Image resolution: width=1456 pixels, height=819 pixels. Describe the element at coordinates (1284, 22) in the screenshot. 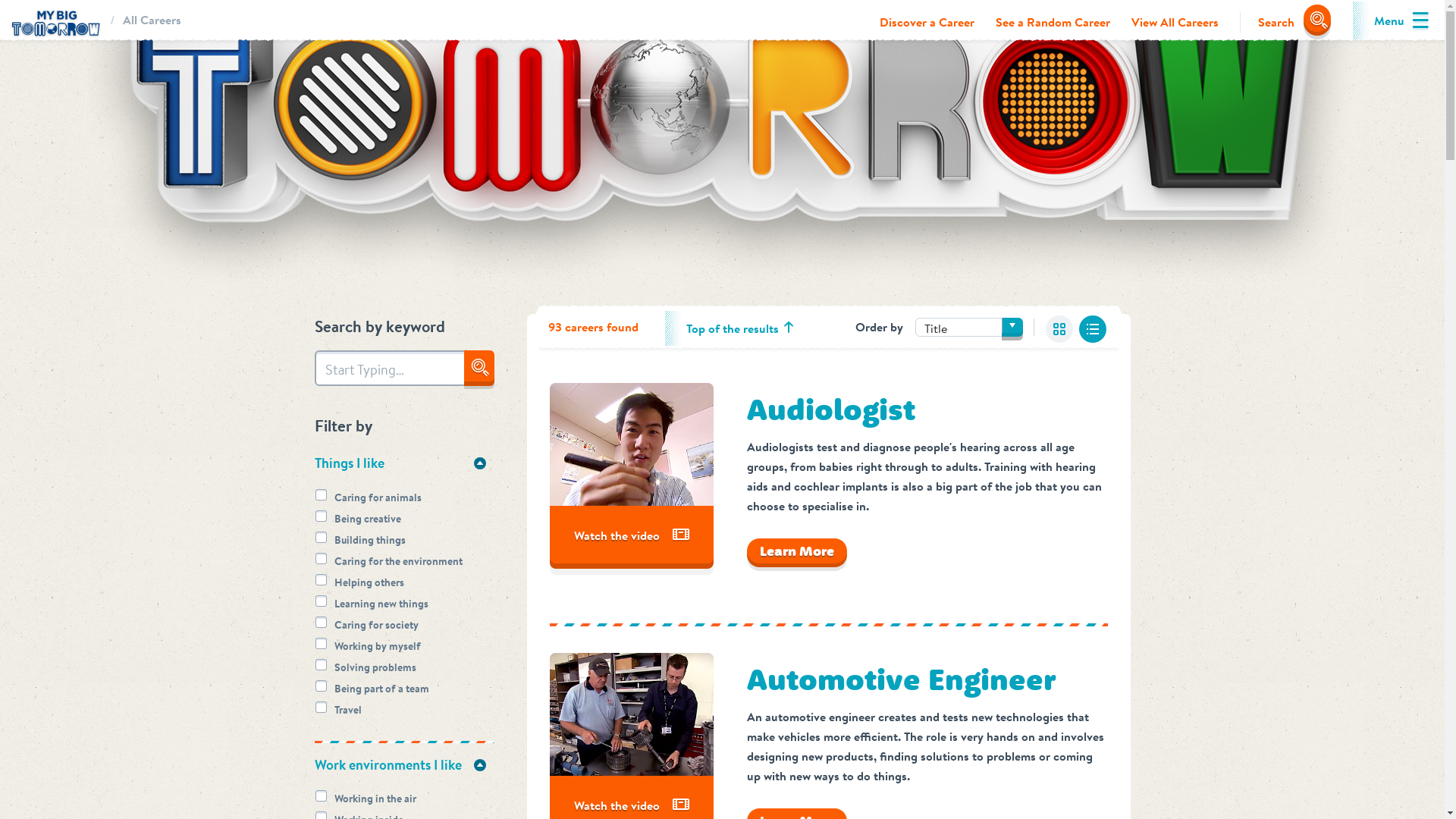

I see `'Search'` at that location.